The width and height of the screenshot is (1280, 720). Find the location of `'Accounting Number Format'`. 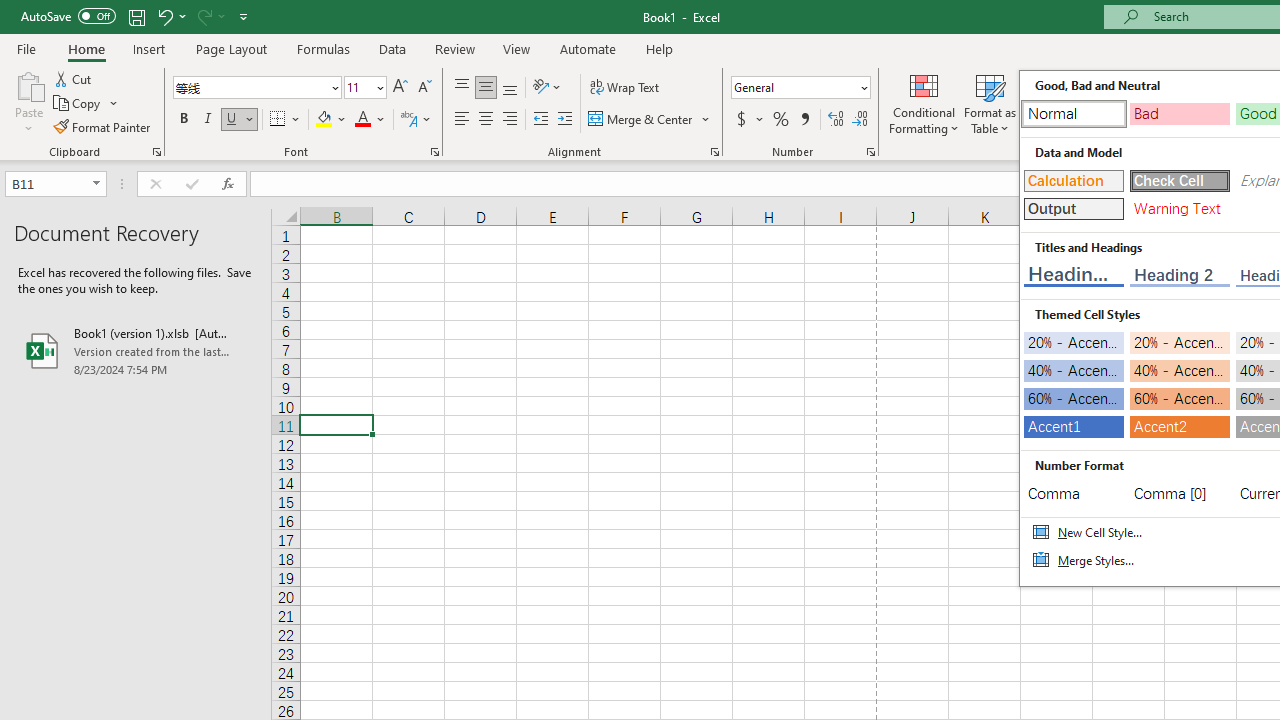

'Accounting Number Format' is located at coordinates (748, 119).